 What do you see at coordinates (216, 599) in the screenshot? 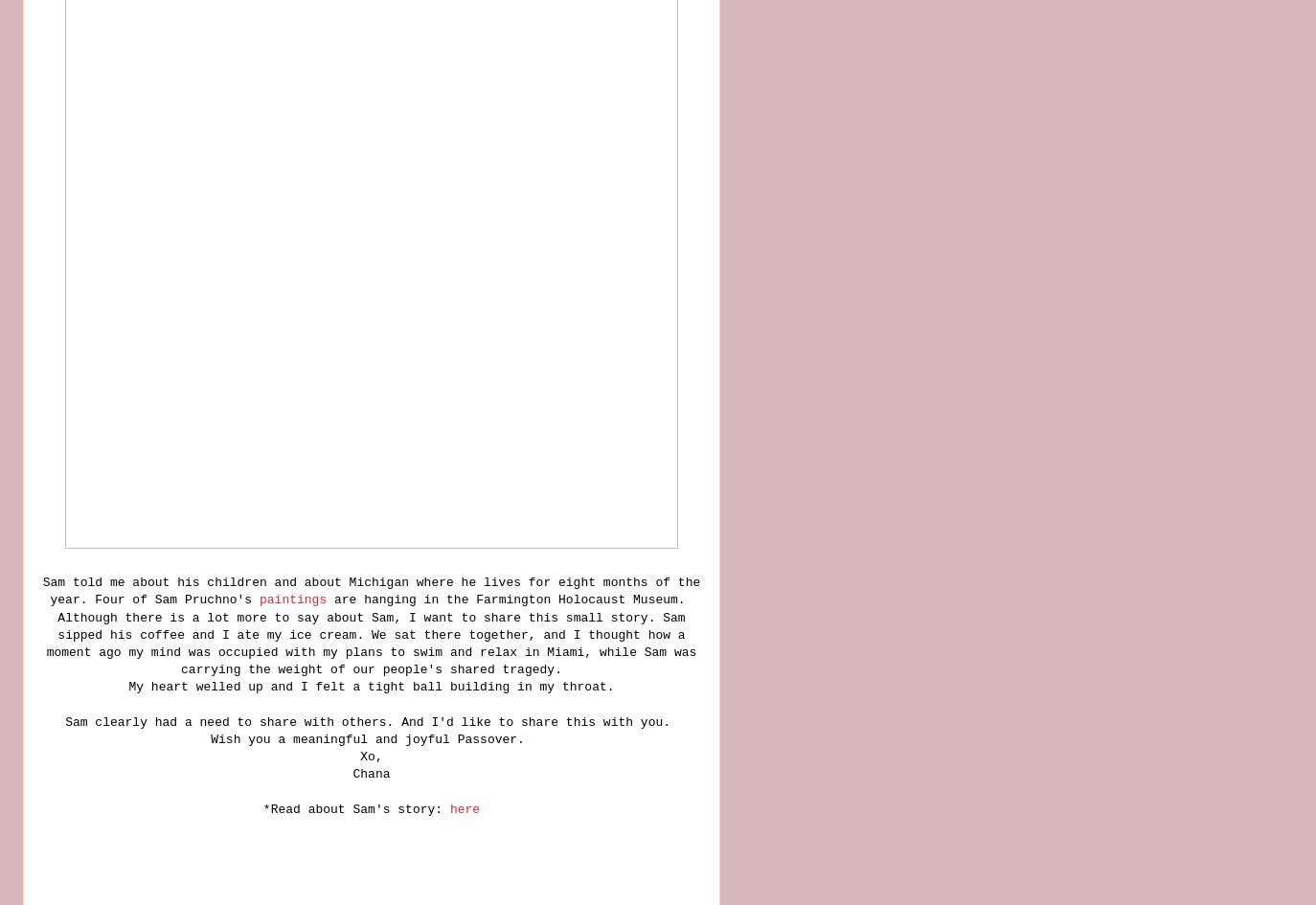
I see `'Pruchno's'` at bounding box center [216, 599].